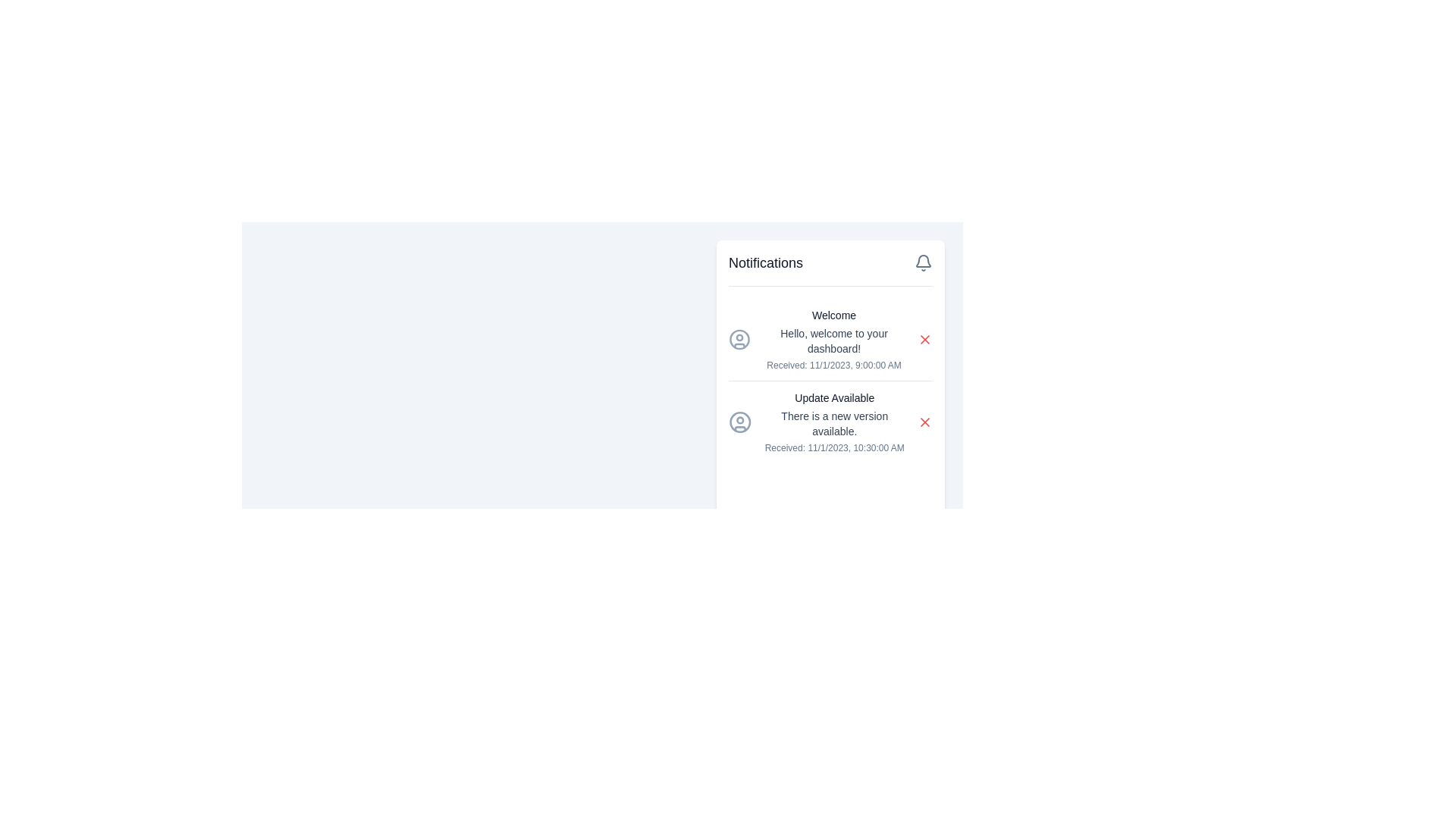 The height and width of the screenshot is (819, 1456). I want to click on the second red cross icon in the notification panel, so click(924, 422).